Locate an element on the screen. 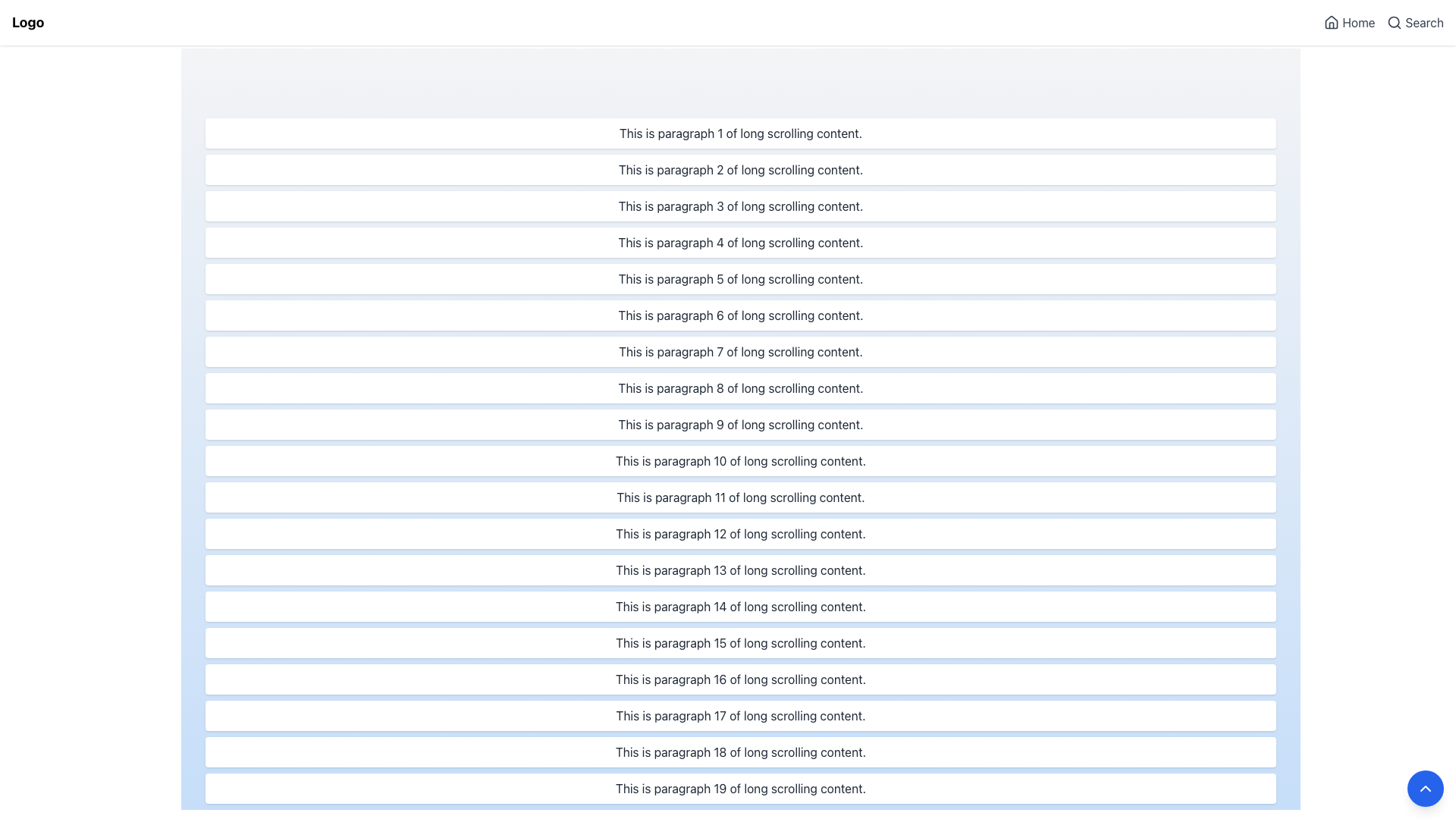 This screenshot has height=819, width=1456. the fifth visible static text block in the vertically stacked list that displays a textual paragraph is located at coordinates (741, 278).